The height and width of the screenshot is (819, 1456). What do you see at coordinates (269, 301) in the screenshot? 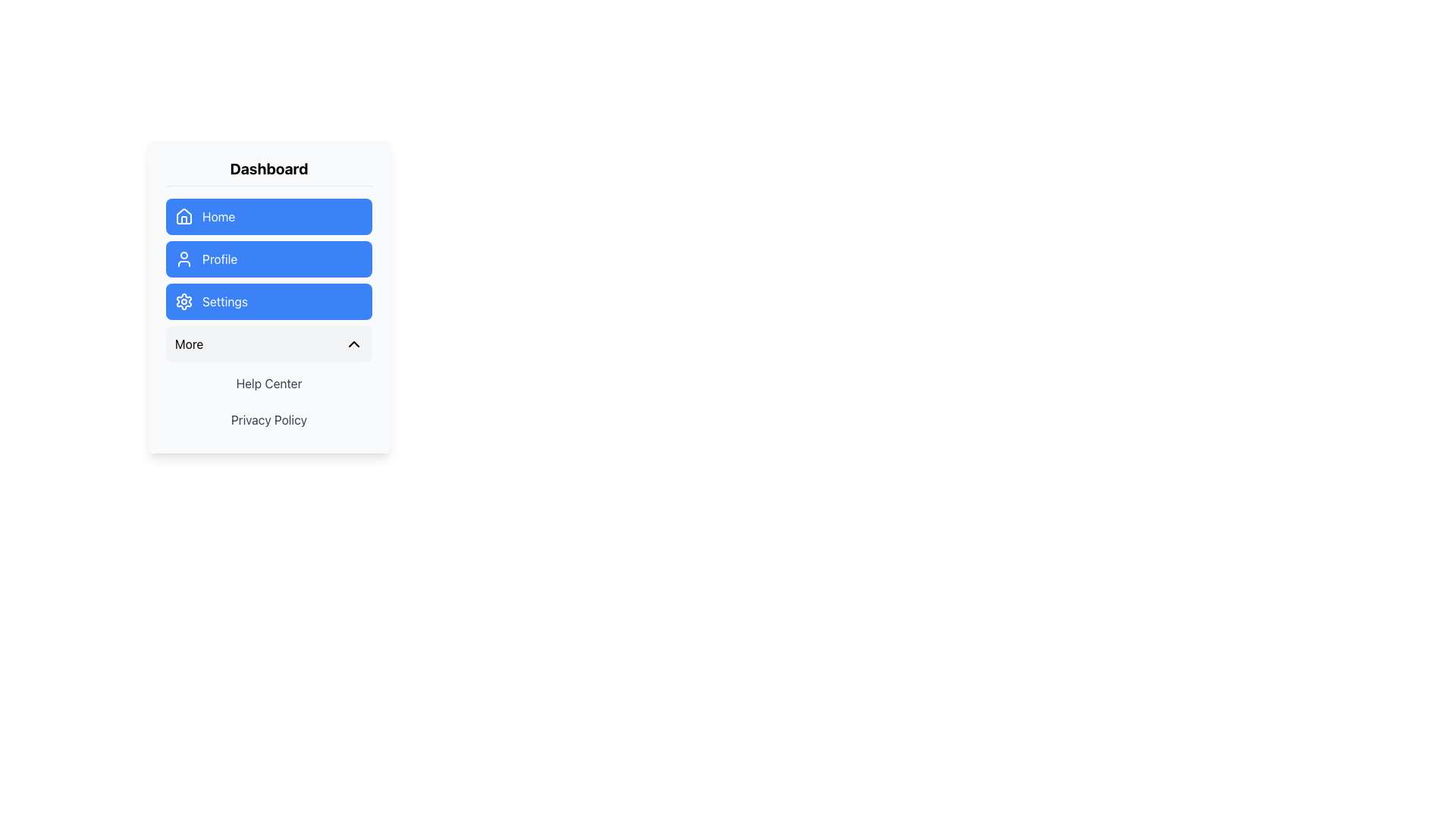
I see `the 'Settings' button located as the third entry in a vertical list of buttons in the sidebar` at bounding box center [269, 301].